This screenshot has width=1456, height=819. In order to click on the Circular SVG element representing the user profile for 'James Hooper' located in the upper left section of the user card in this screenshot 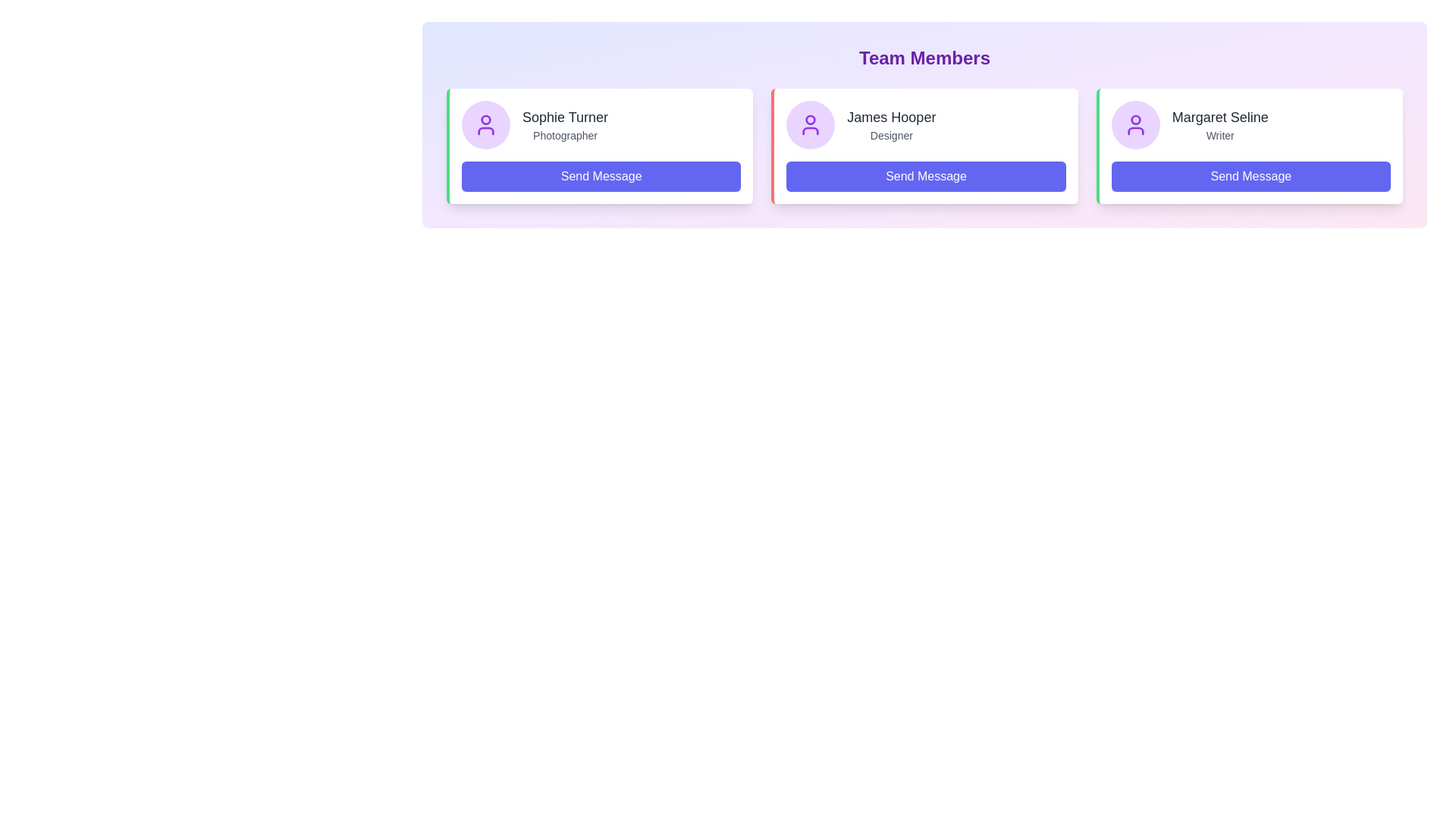, I will do `click(810, 119)`.